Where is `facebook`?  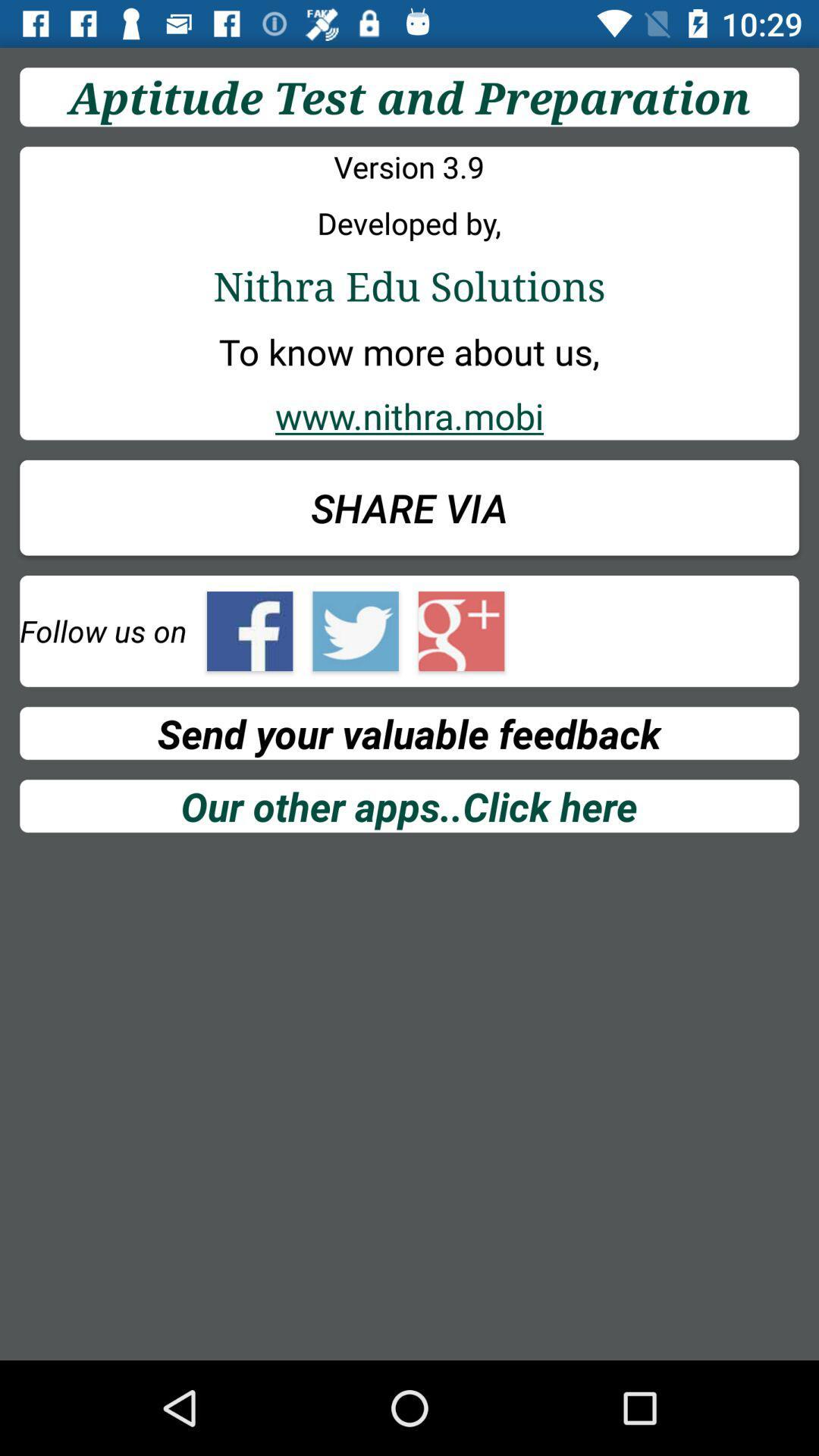
facebook is located at coordinates (249, 631).